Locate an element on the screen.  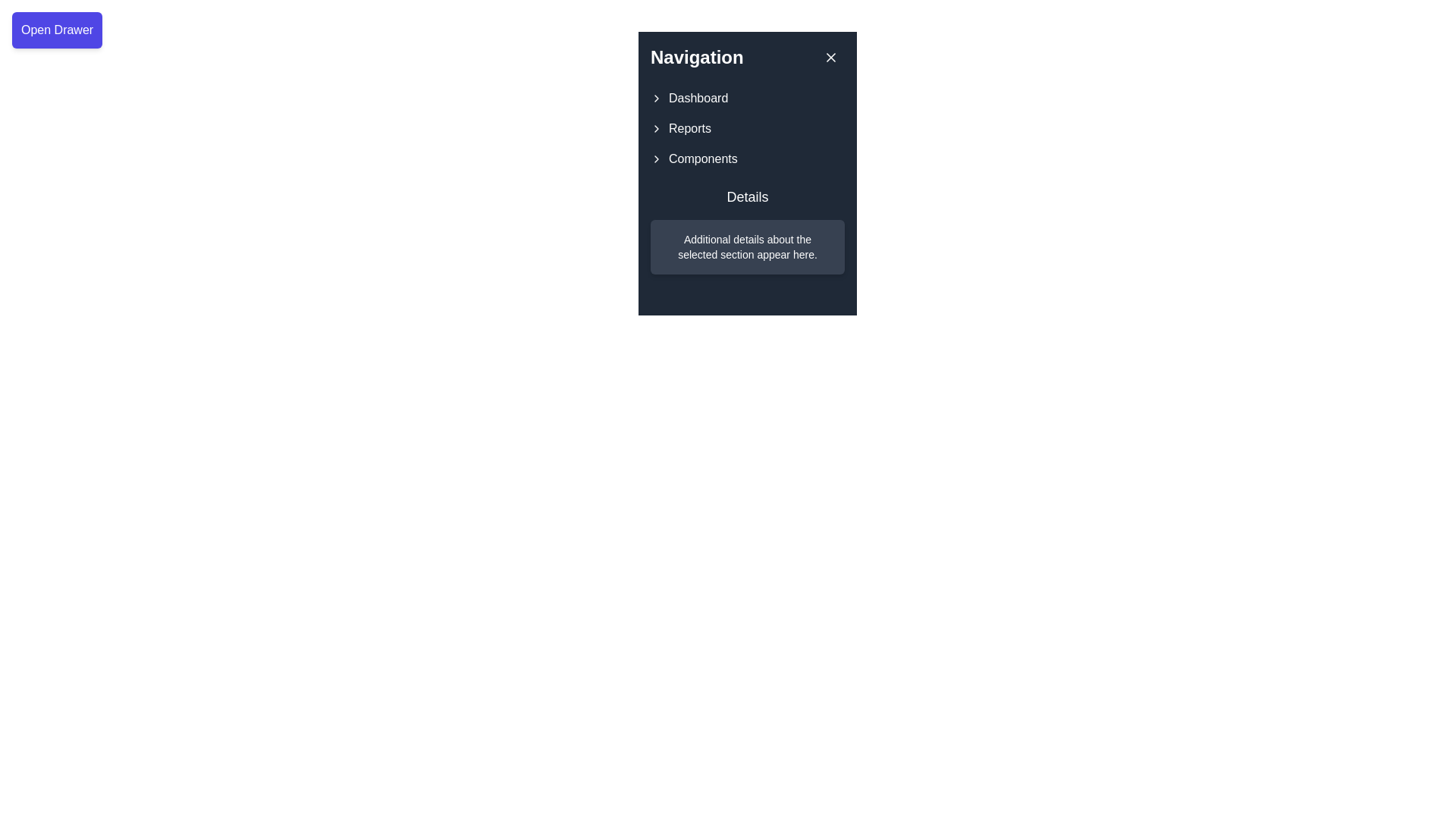
the navigational list containing 'Dashboard', 'Reports', and 'Components' is located at coordinates (747, 127).